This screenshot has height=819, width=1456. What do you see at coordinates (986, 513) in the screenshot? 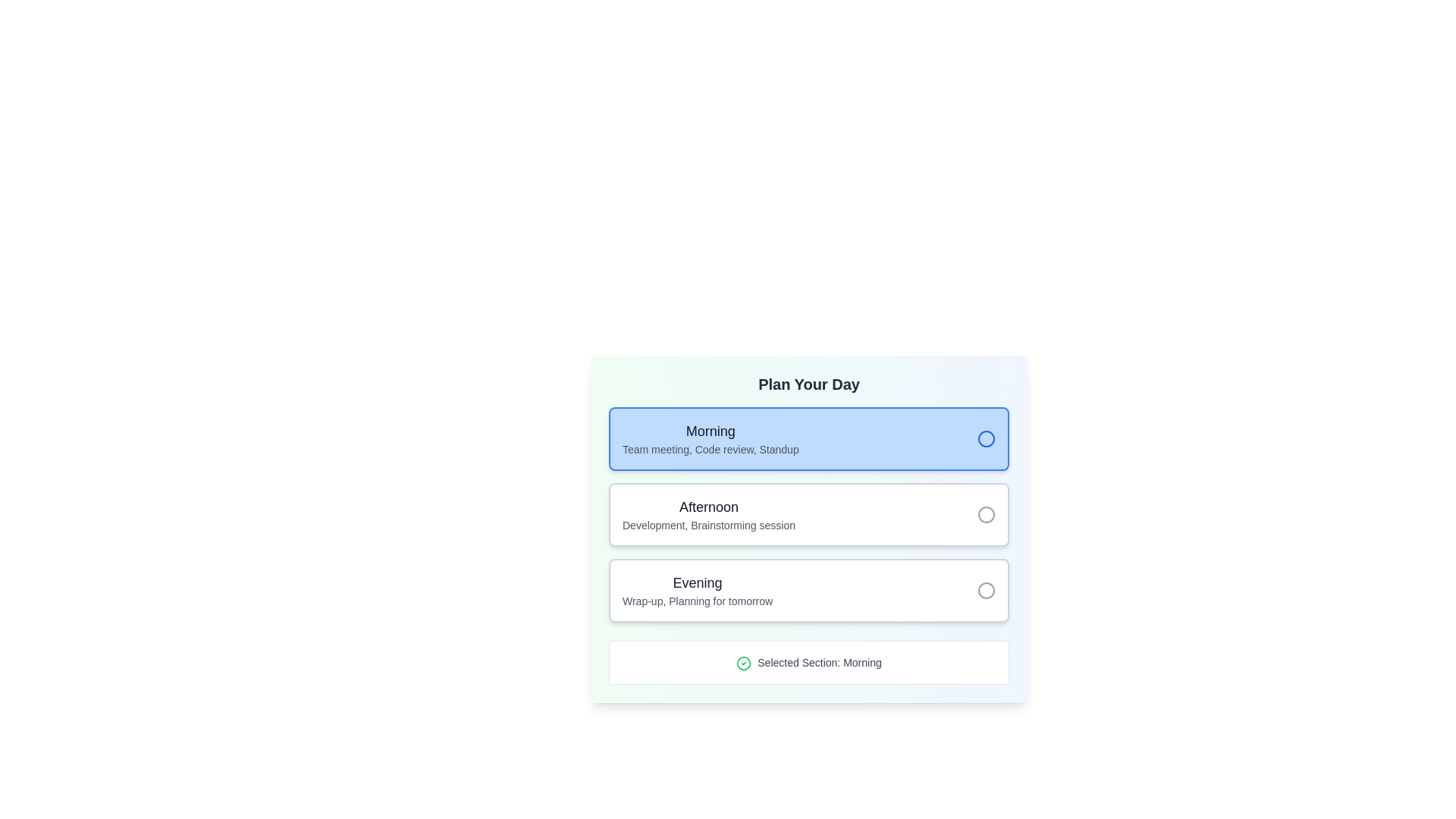
I see `the radio button located in the 'Afternoon' section, which is styled as an outlined circle in gray` at bounding box center [986, 513].